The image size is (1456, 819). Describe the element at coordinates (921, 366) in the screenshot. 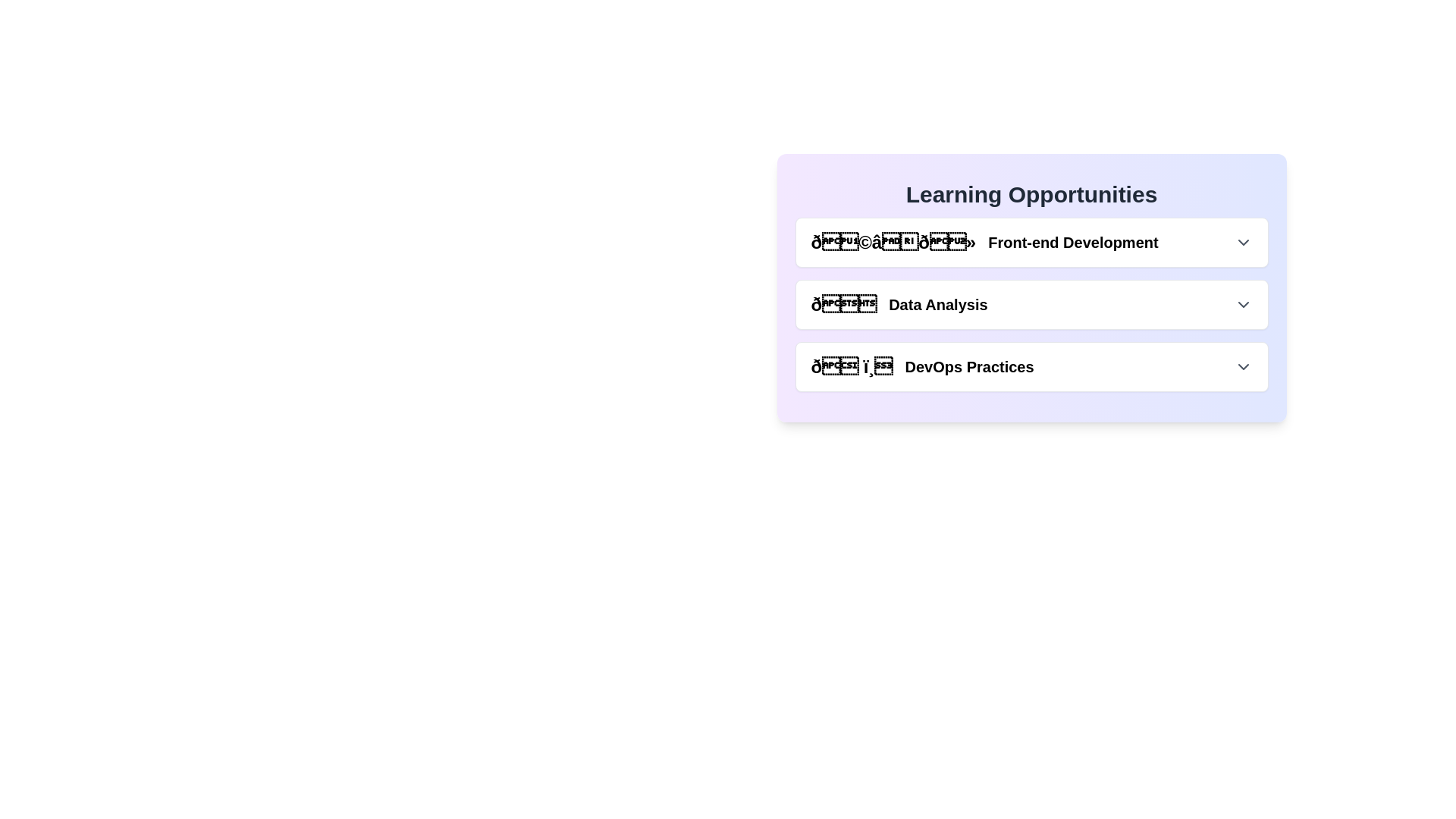

I see `the interactive header displaying 'DevOps Practices'` at that location.